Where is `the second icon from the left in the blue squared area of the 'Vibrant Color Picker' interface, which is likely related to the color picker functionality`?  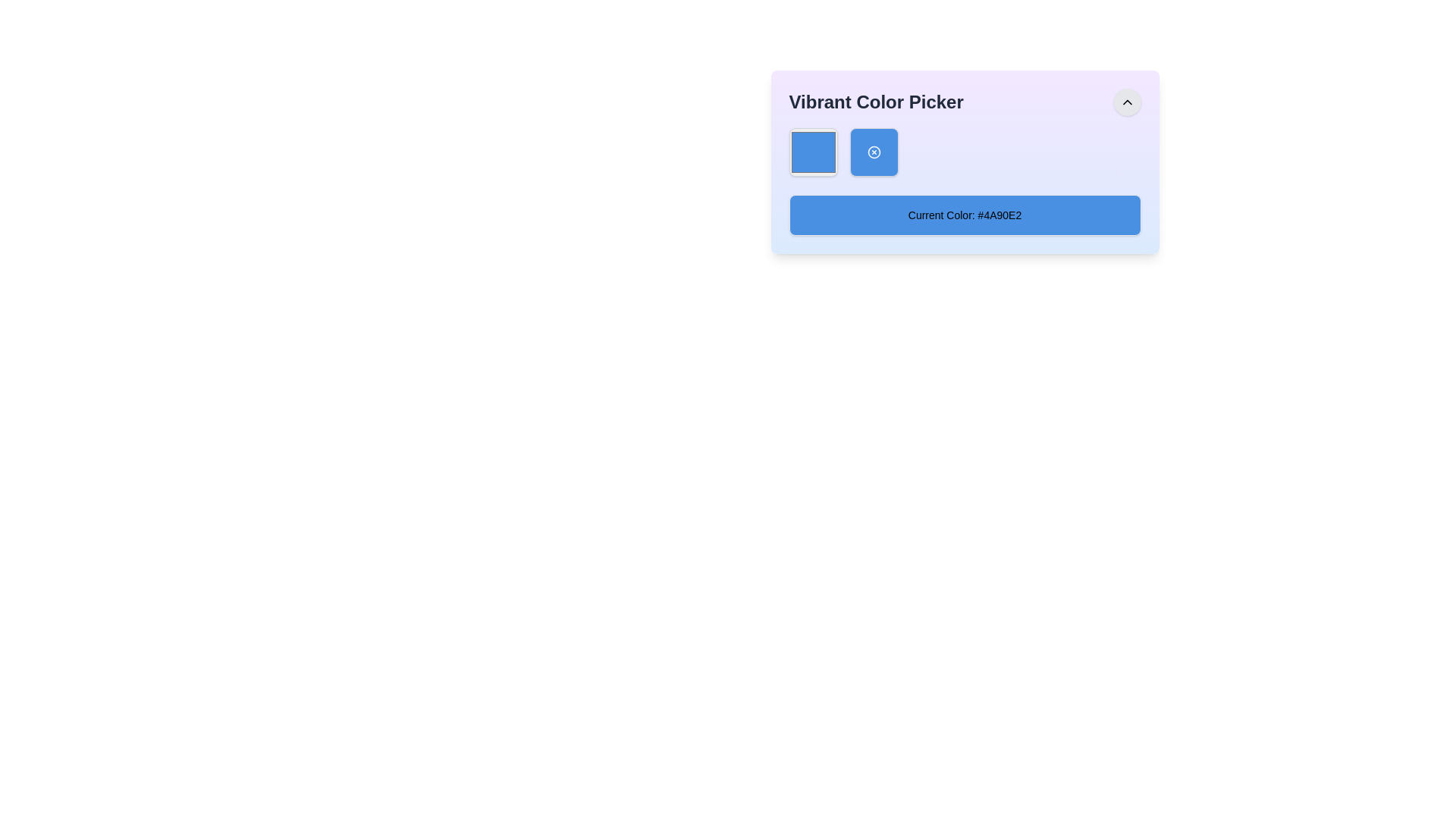 the second icon from the left in the blue squared area of the 'Vibrant Color Picker' interface, which is likely related to the color picker functionality is located at coordinates (874, 152).